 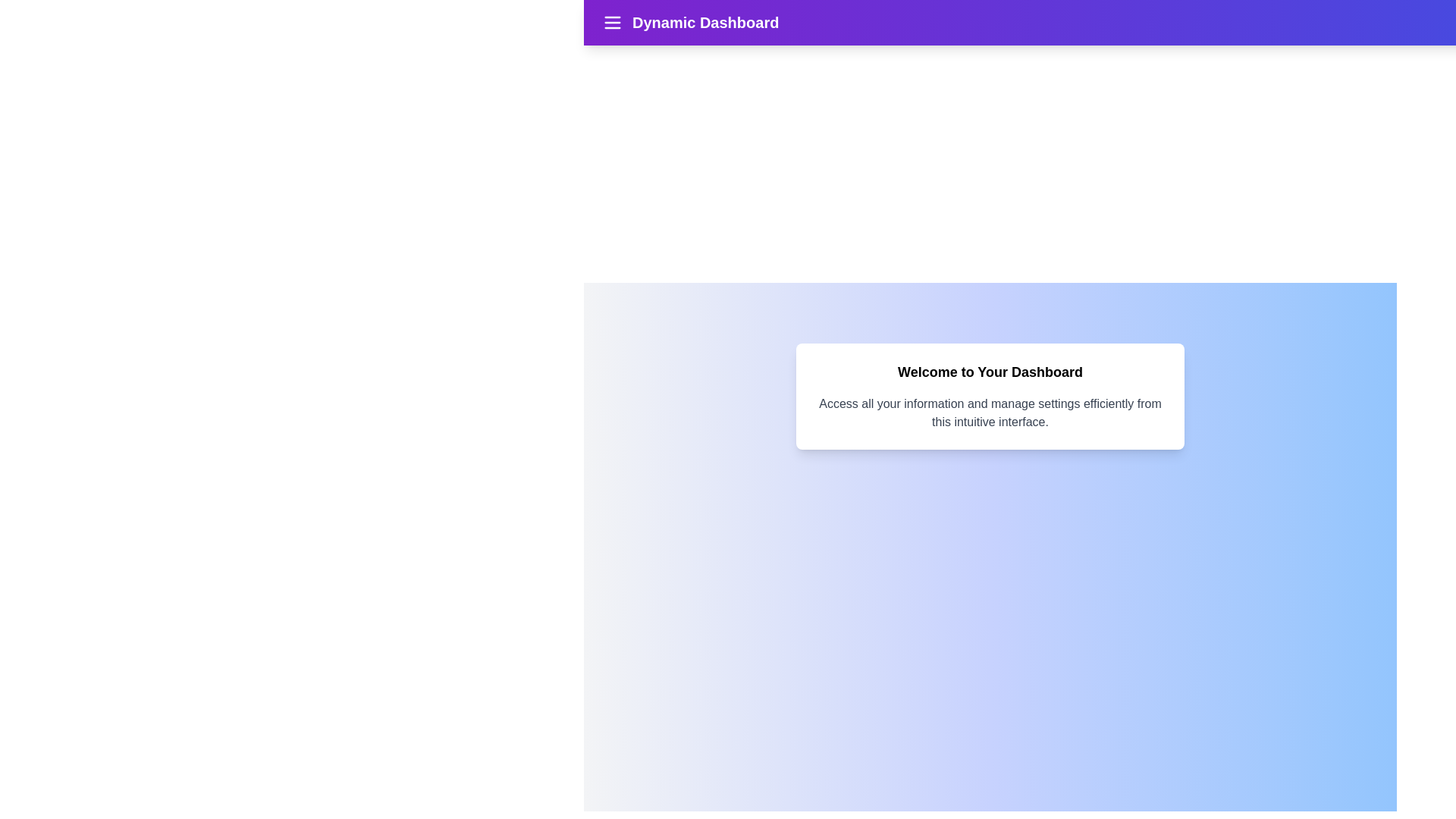 What do you see at coordinates (612, 23) in the screenshot?
I see `the Menu icon to toggle the menu` at bounding box center [612, 23].